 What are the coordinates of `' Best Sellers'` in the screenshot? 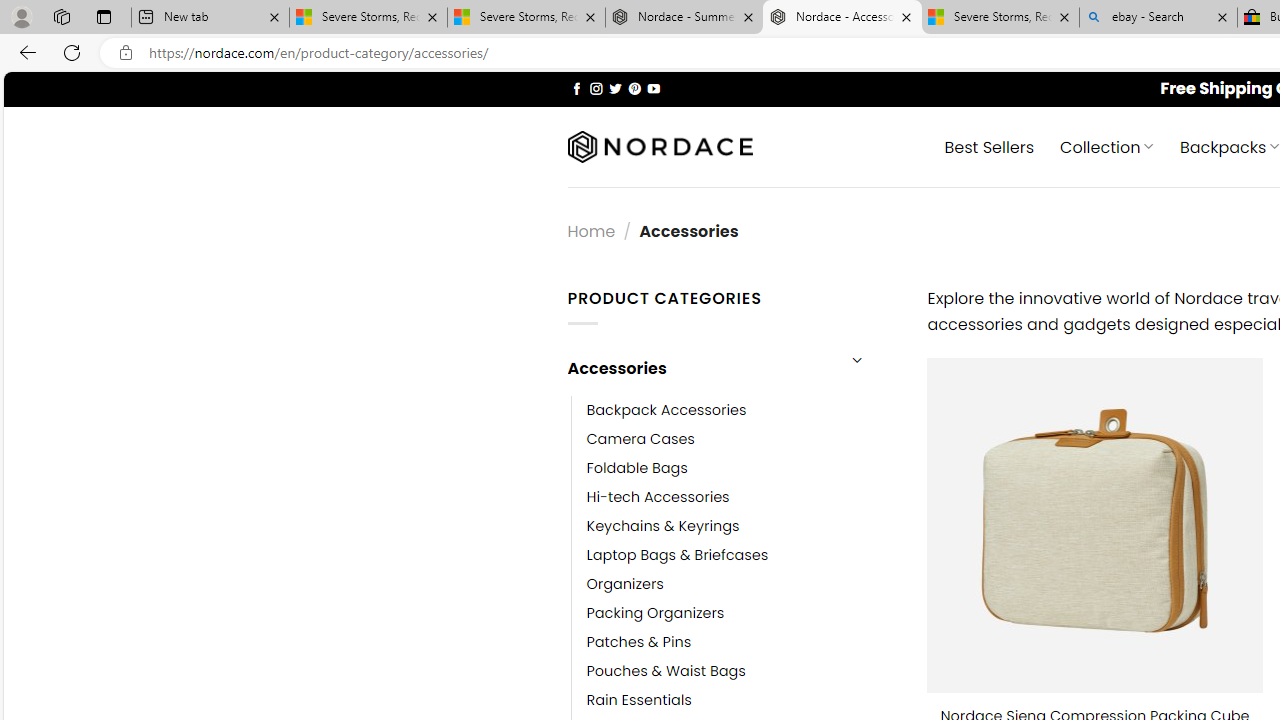 It's located at (990, 145).